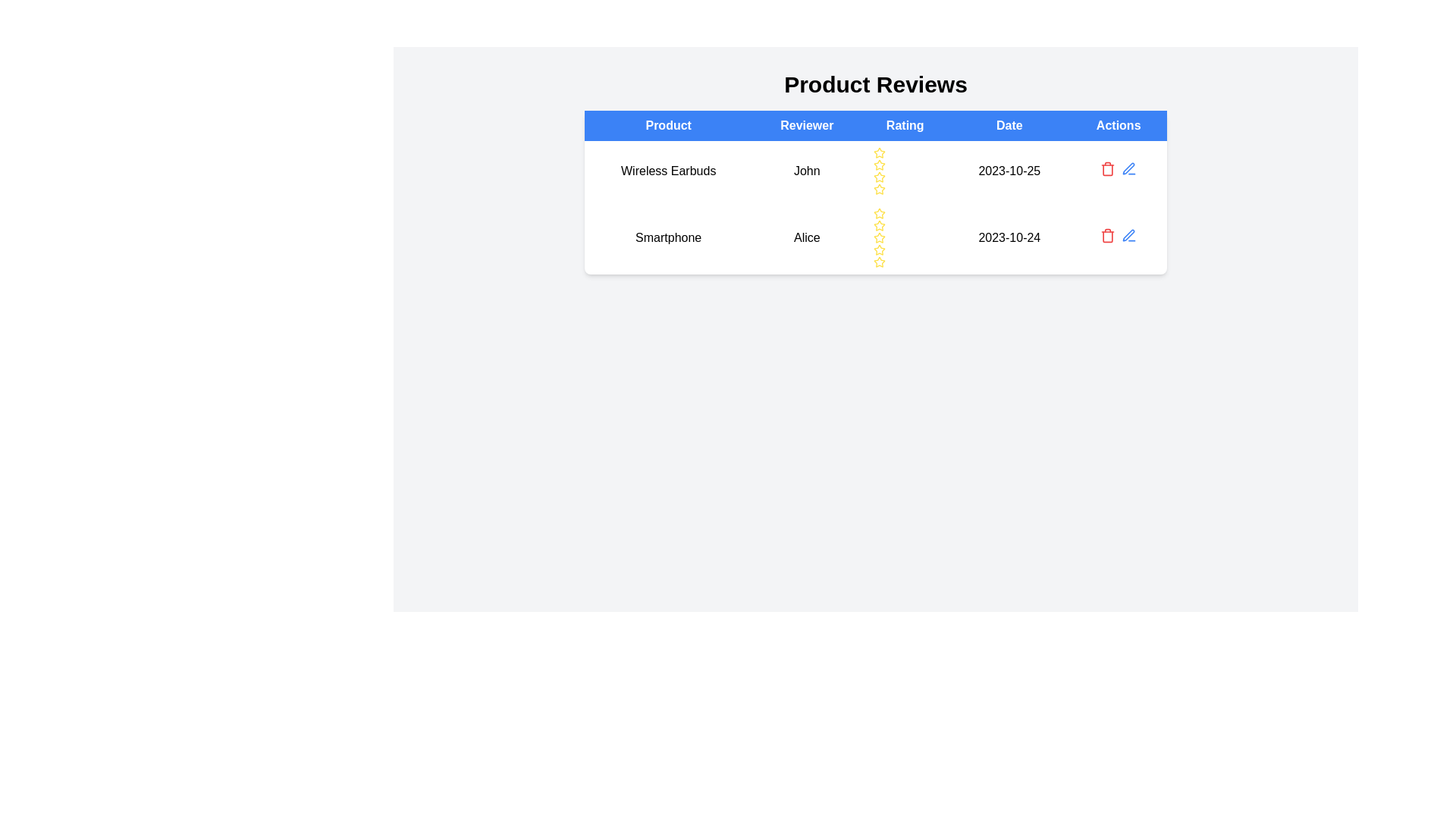 The width and height of the screenshot is (1456, 819). Describe the element at coordinates (880, 176) in the screenshot. I see `the second star icon in the Rating column of the product 'Wireless Earbuds'` at that location.